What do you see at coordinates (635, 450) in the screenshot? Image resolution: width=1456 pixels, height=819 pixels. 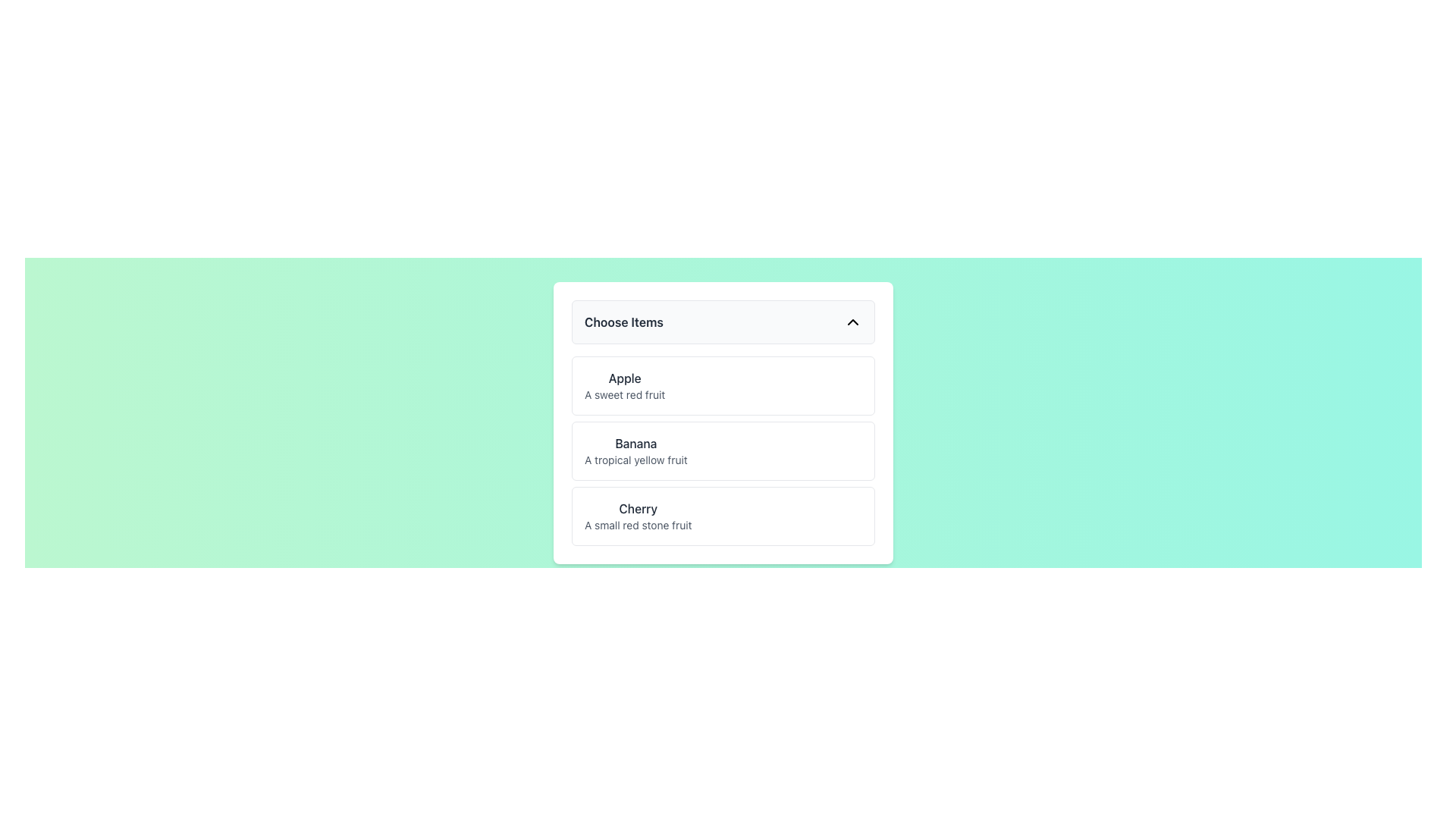 I see `the informative text block for 'Banana', which is the second item in the dropdown menu titled 'Choose Items', positioned below 'Apple' and above 'Cherry'` at bounding box center [635, 450].